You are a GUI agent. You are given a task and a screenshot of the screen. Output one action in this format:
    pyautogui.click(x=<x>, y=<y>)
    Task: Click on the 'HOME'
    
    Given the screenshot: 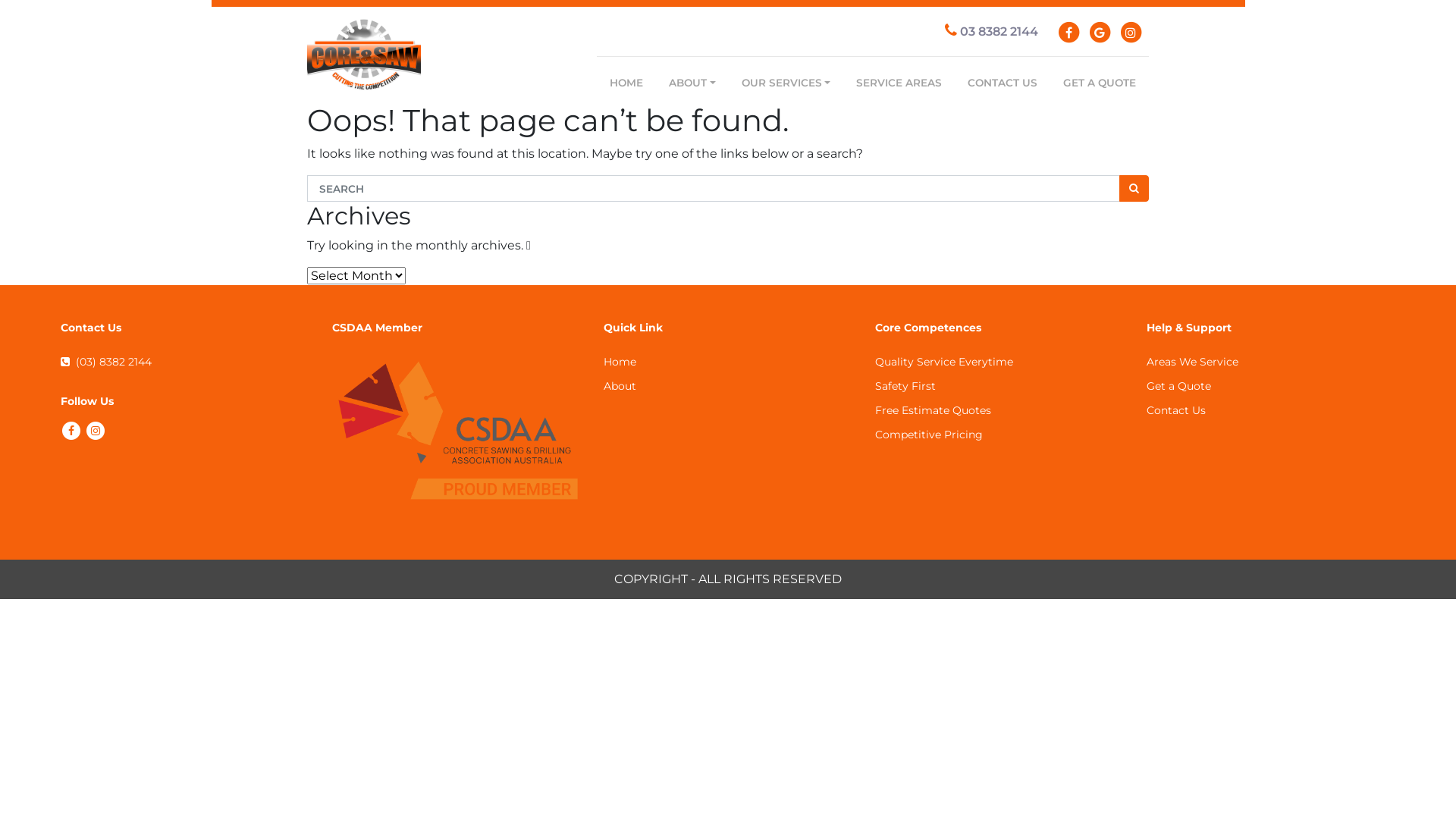 What is the action you would take?
    pyautogui.click(x=597, y=82)
    